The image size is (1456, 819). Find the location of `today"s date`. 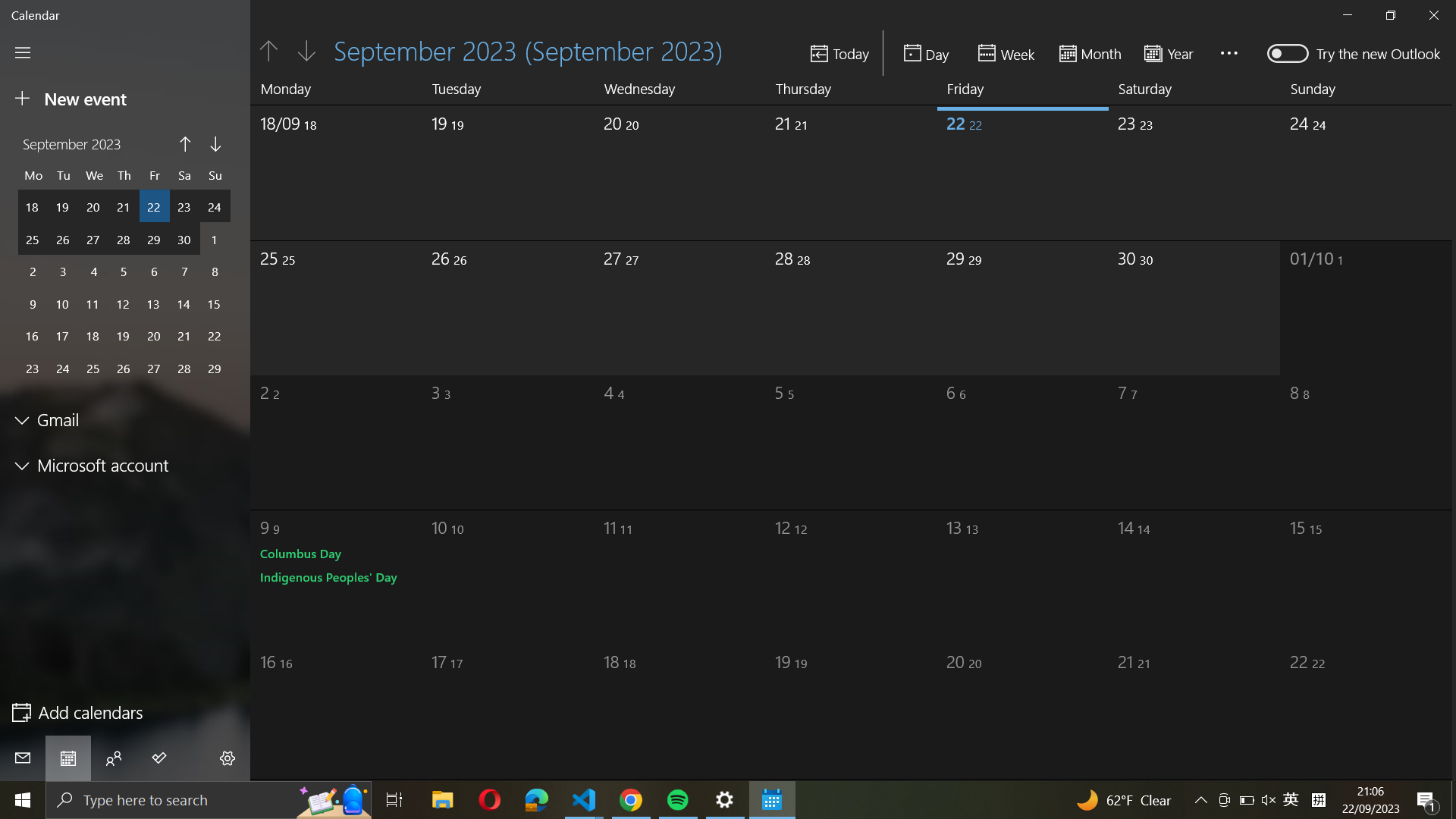

today"s date is located at coordinates (839, 52).